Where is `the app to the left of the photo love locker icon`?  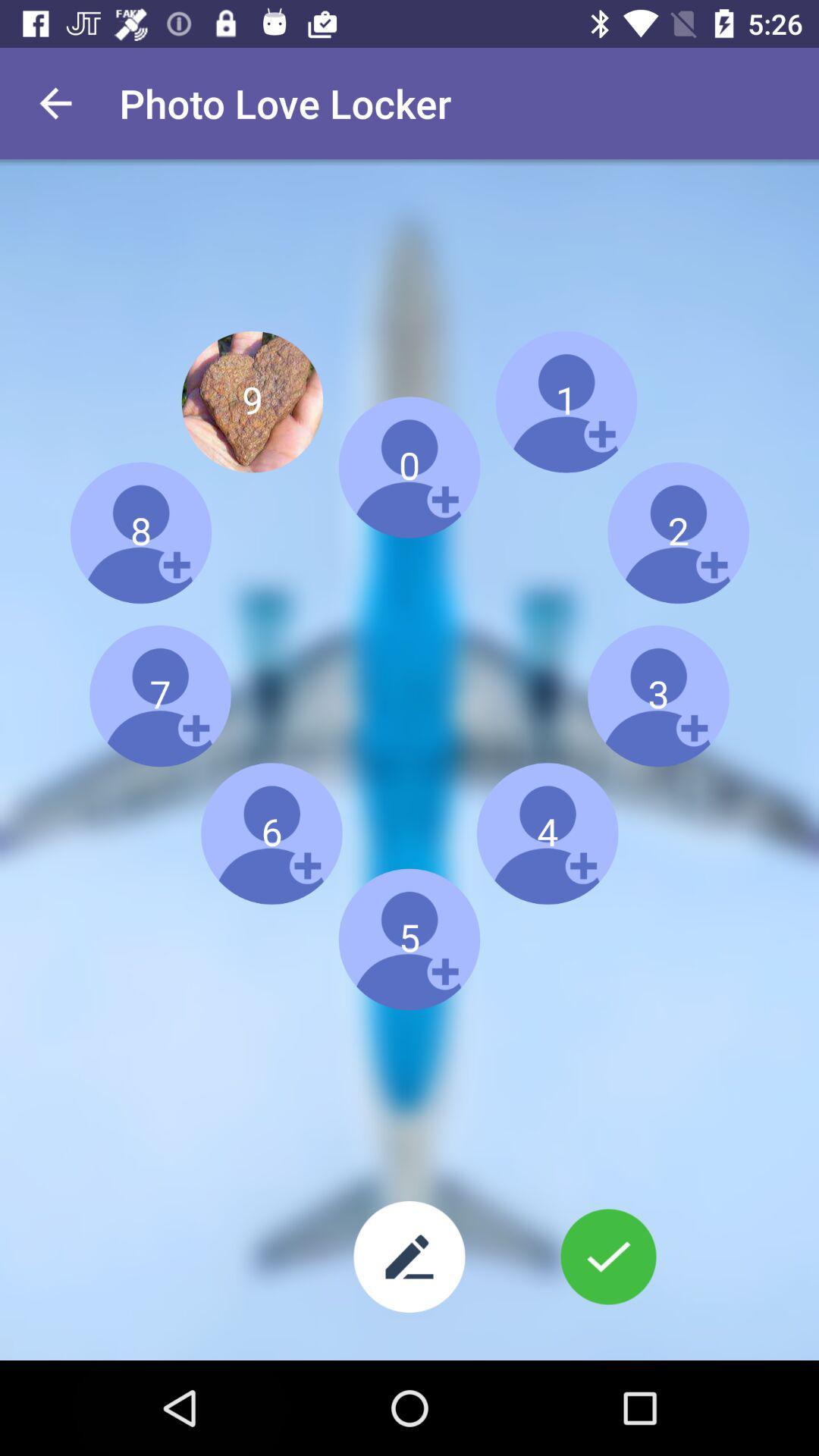
the app to the left of the photo love locker icon is located at coordinates (55, 102).